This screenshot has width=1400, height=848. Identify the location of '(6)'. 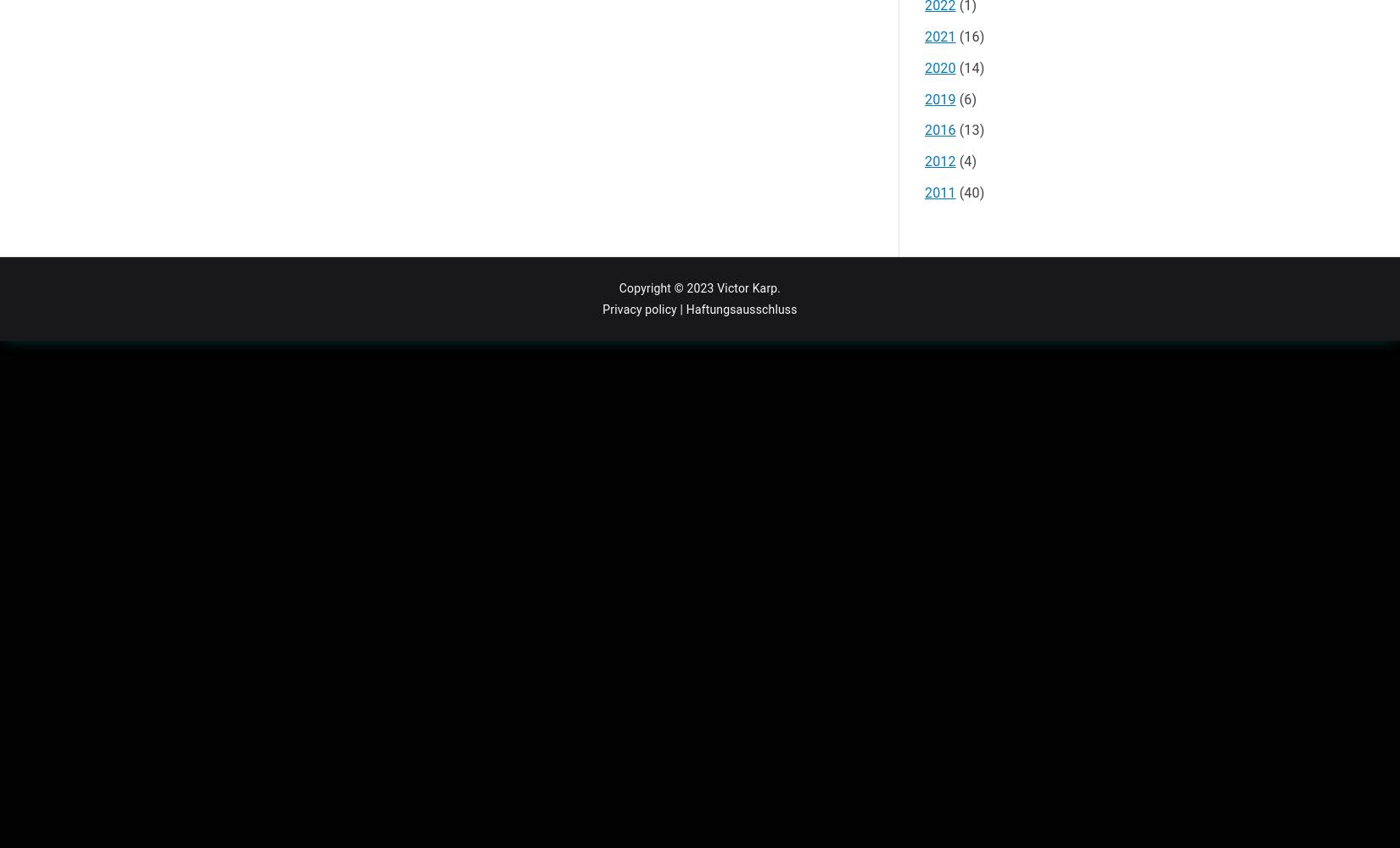
(966, 98).